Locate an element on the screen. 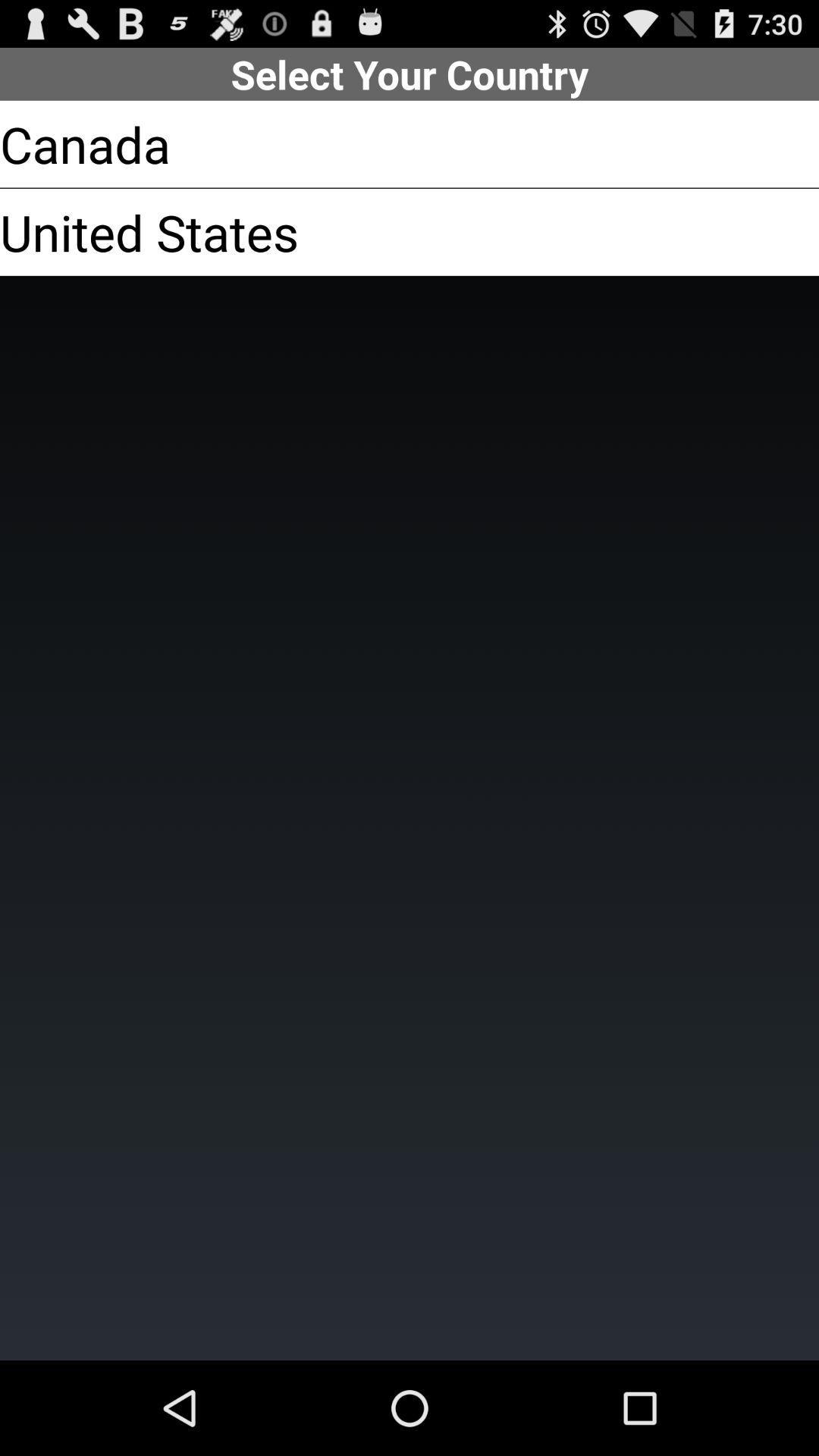  canada app is located at coordinates (85, 144).